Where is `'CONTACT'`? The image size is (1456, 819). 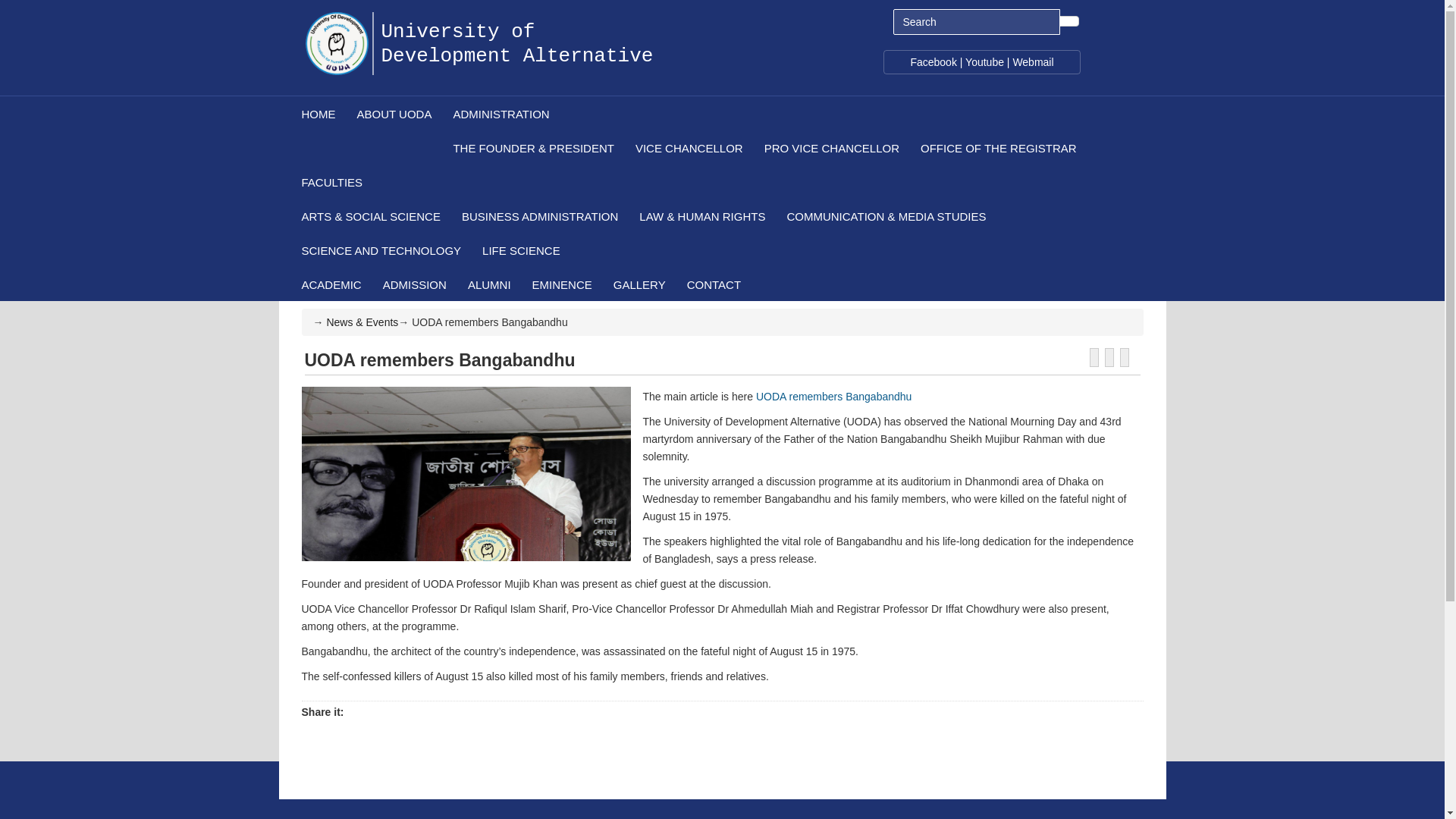
'CONTACT' is located at coordinates (712, 284).